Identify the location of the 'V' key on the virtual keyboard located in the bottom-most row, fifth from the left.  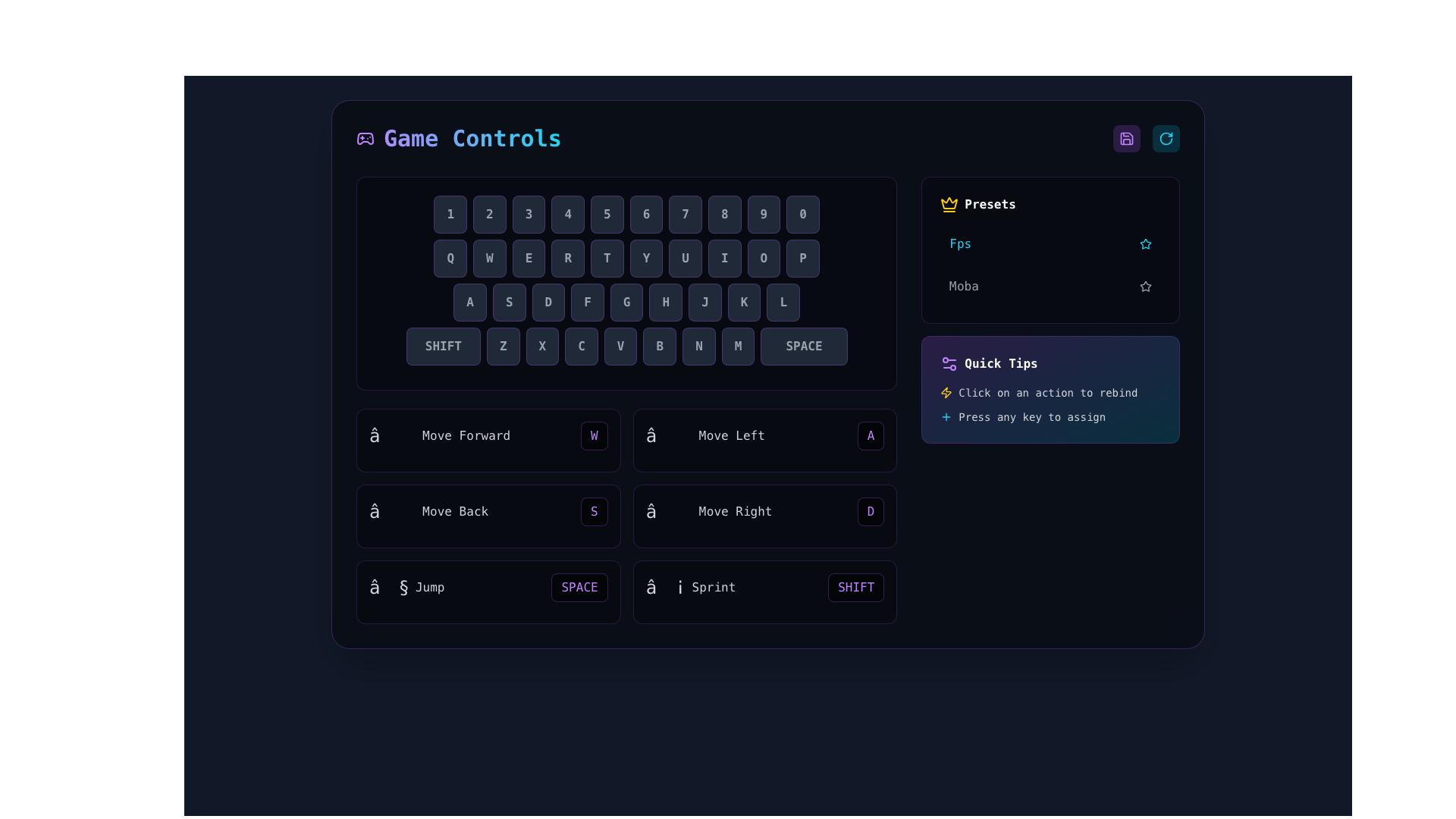
(626, 346).